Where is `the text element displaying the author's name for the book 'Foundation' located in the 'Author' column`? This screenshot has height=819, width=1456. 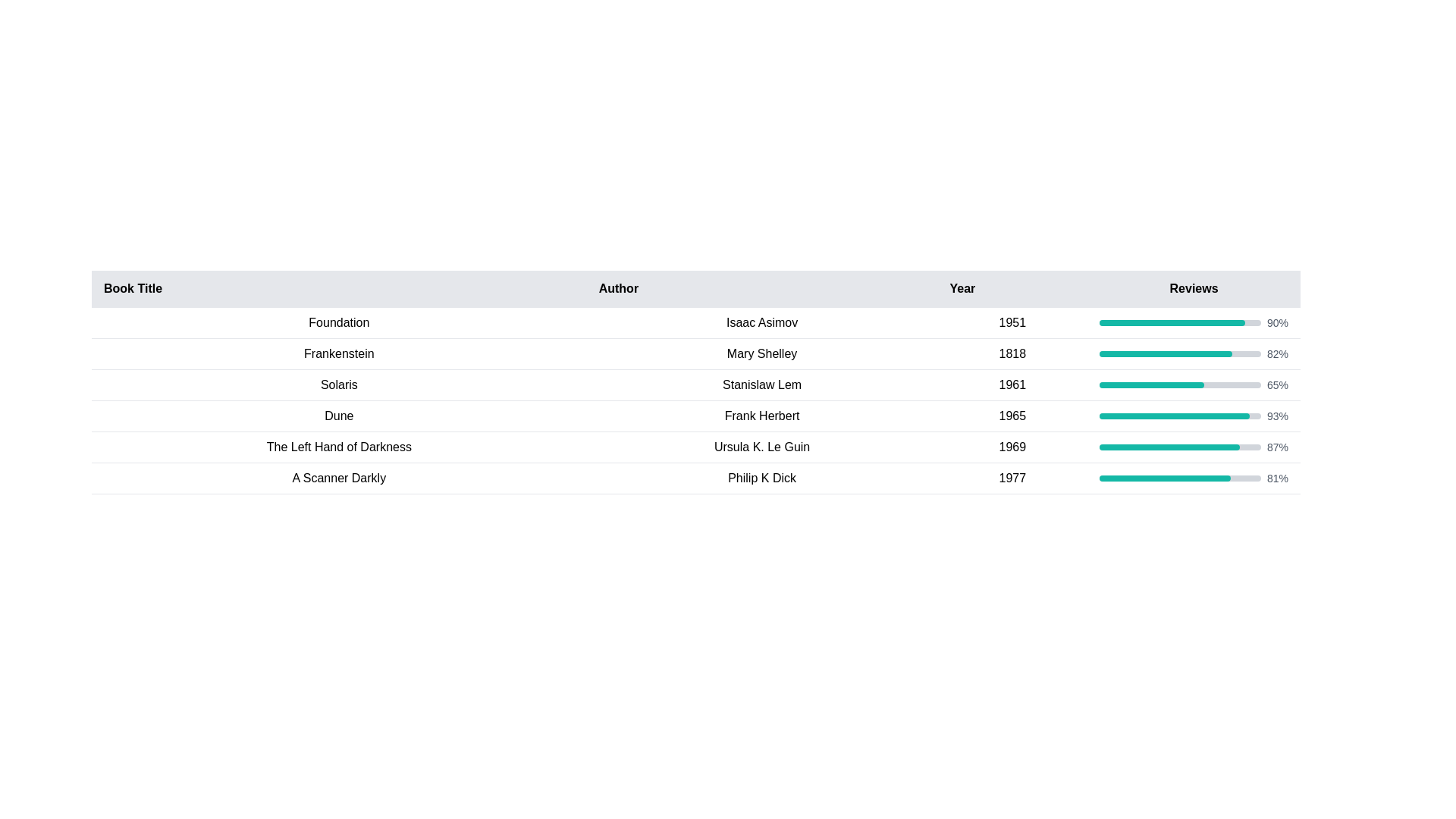
the text element displaying the author's name for the book 'Foundation' located in the 'Author' column is located at coordinates (762, 322).